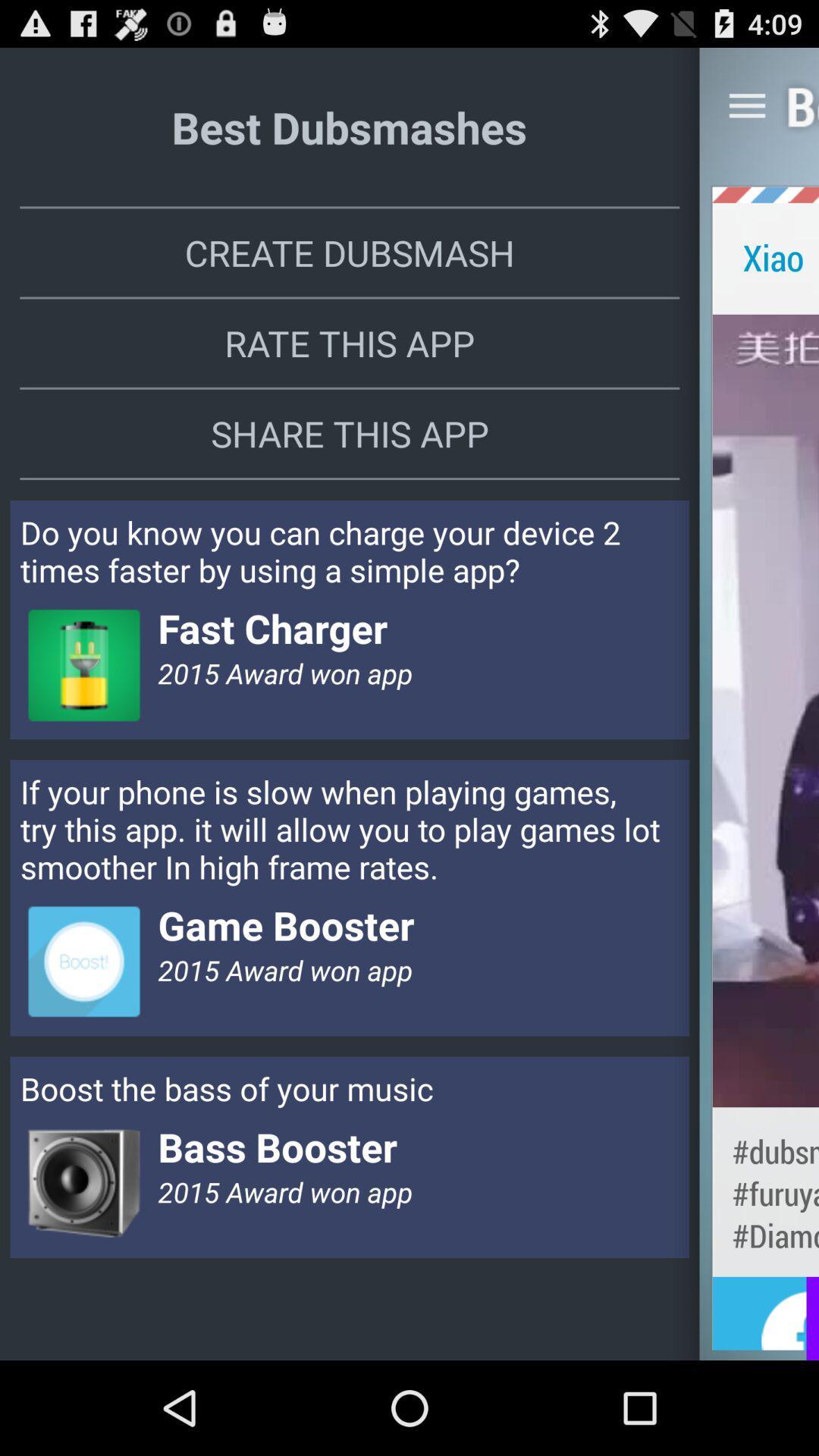 This screenshot has height=1456, width=819. I want to click on item above the dubsmash spongebob spongebobsquarepants, so click(765, 710).